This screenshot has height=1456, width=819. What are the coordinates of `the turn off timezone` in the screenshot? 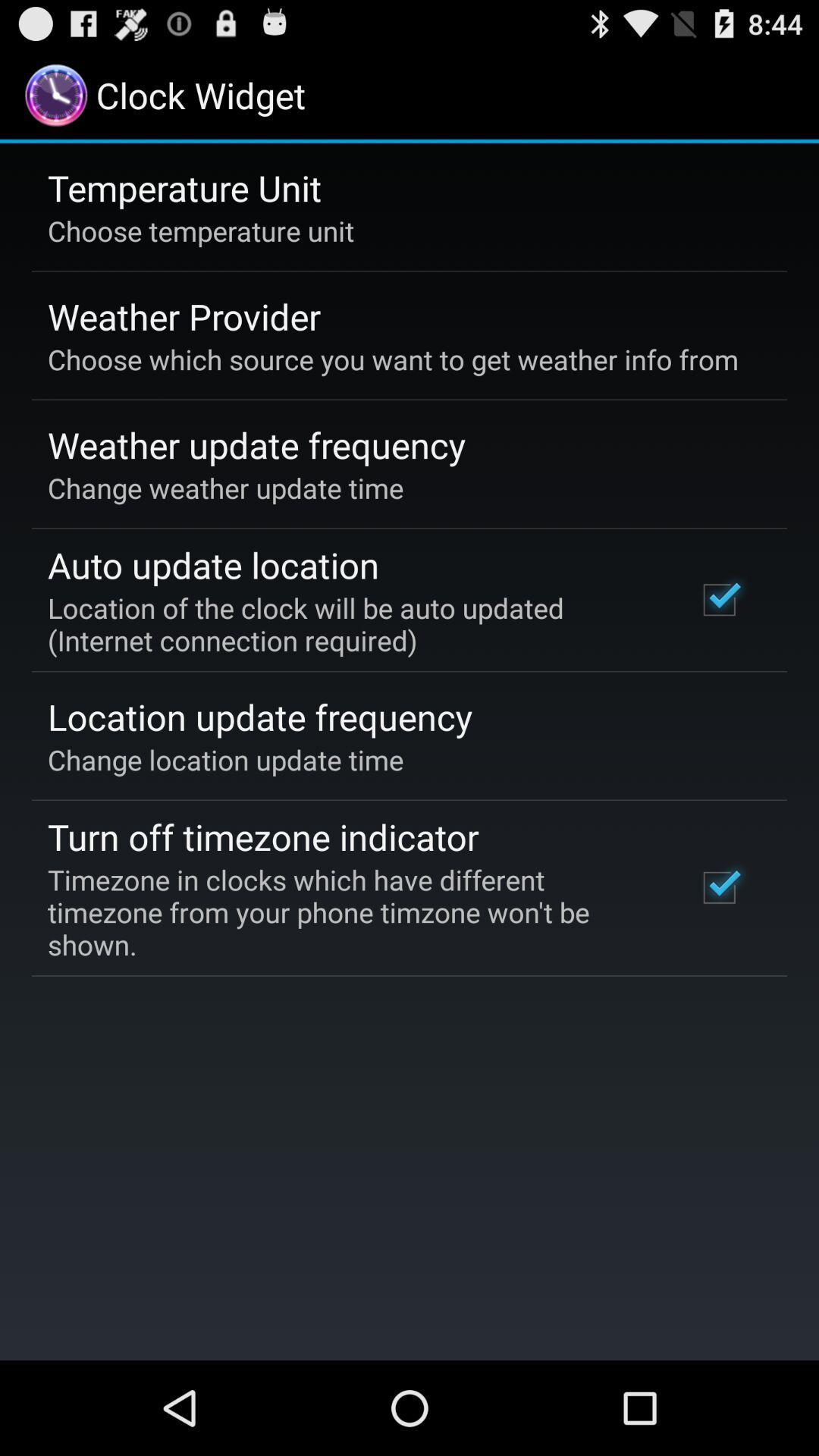 It's located at (262, 836).